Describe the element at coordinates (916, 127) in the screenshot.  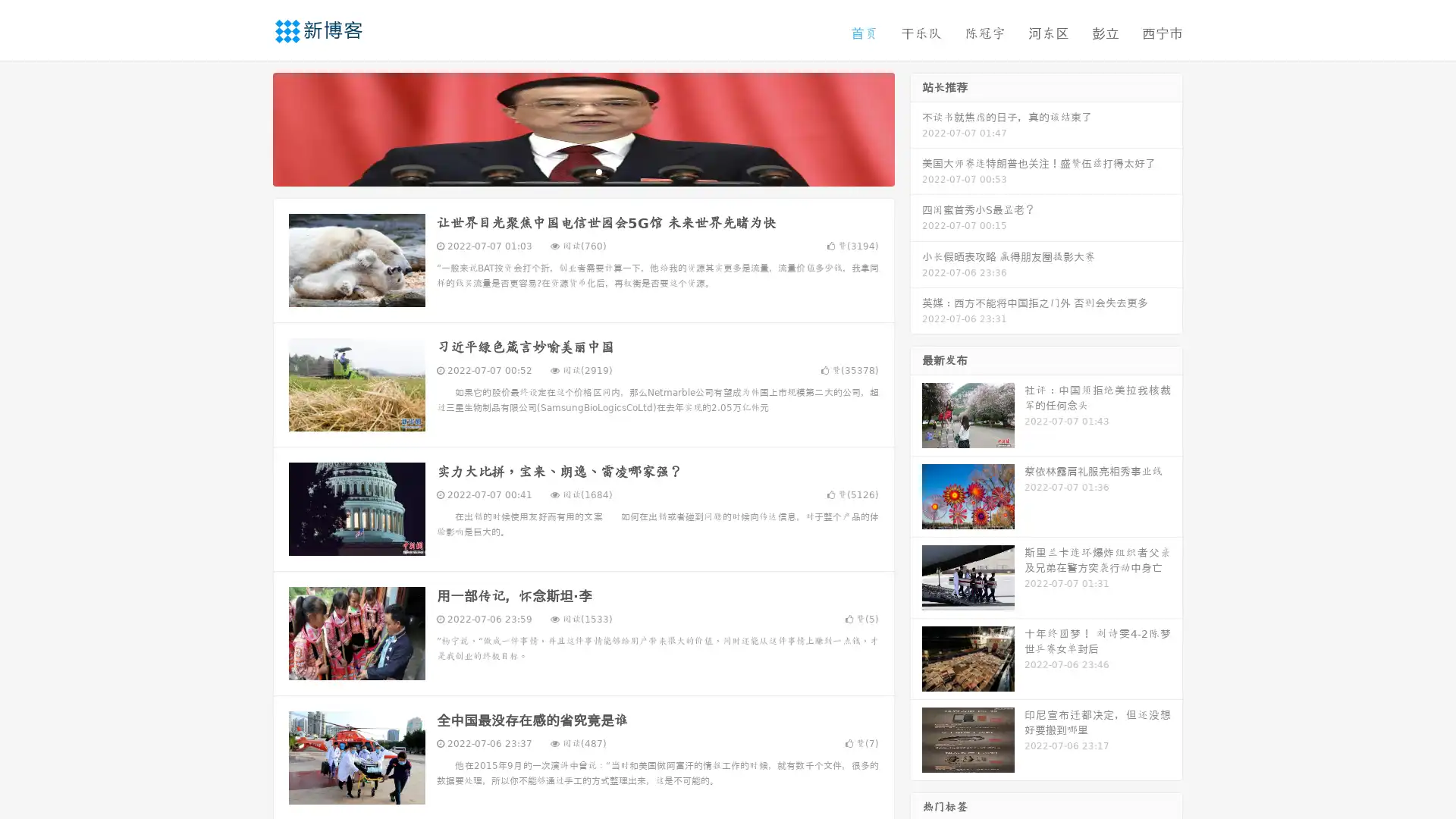
I see `Next slide` at that location.